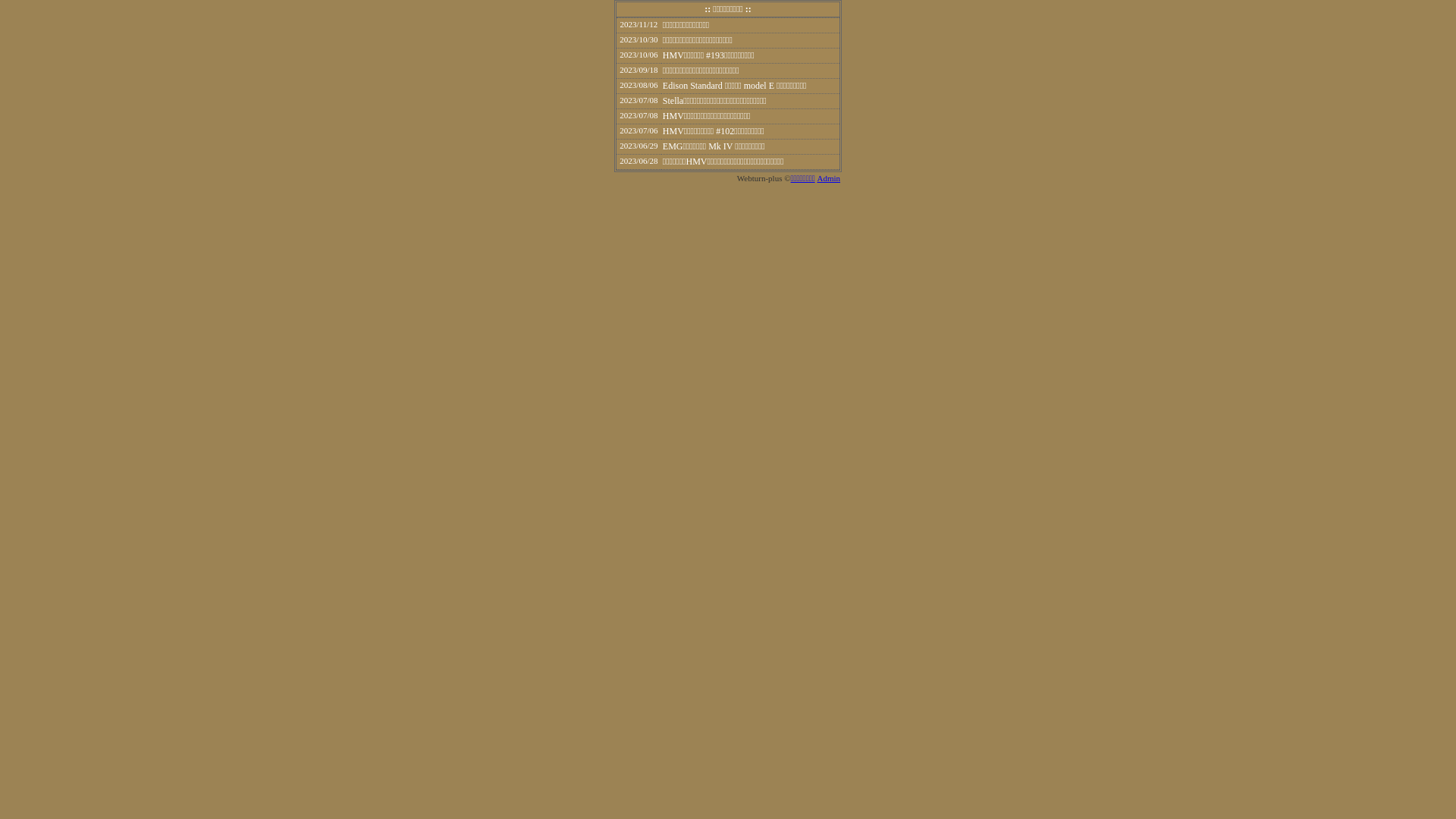  What do you see at coordinates (815, 177) in the screenshot?
I see `'Admin'` at bounding box center [815, 177].